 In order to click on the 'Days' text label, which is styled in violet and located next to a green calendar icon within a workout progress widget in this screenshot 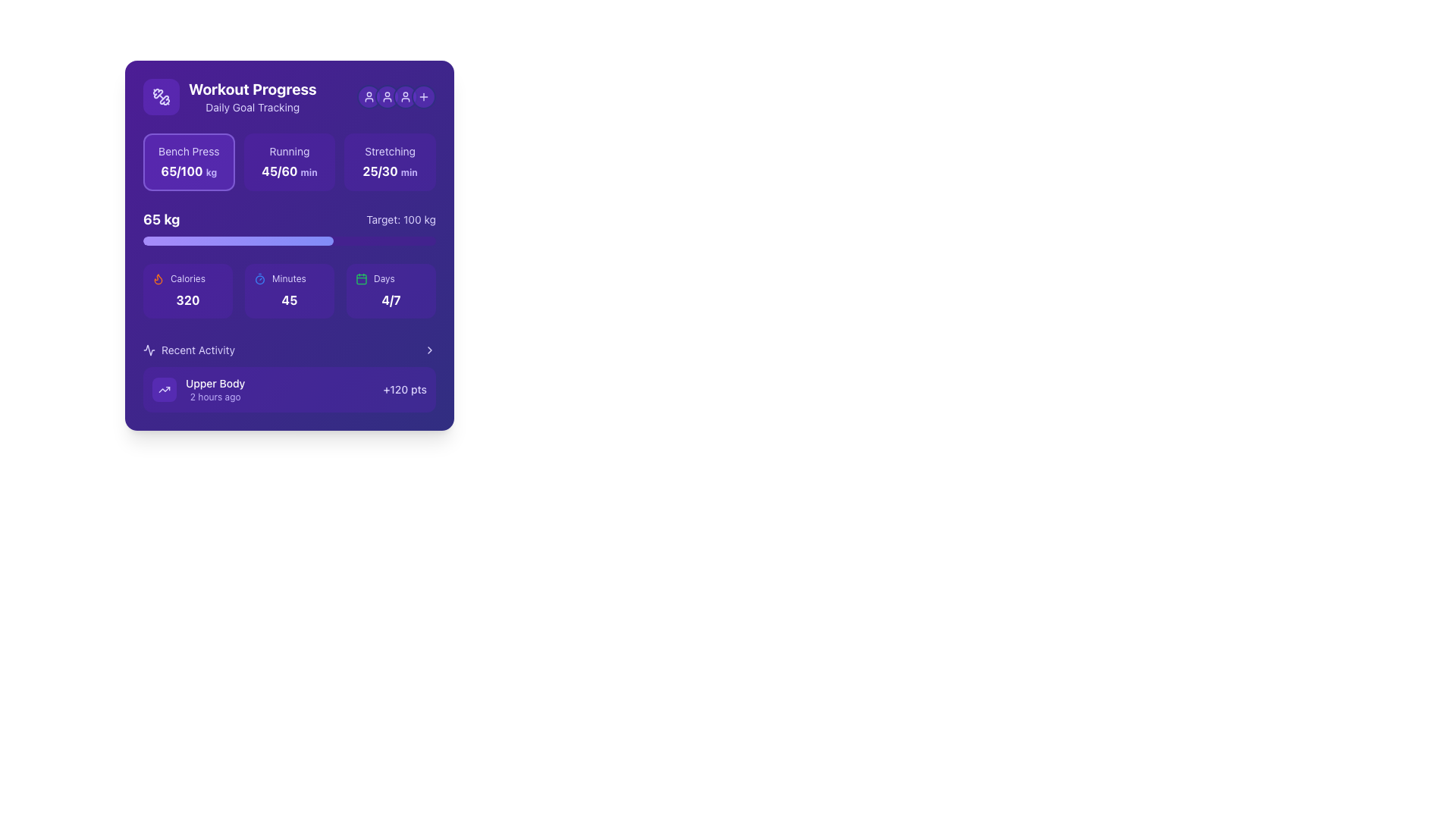, I will do `click(384, 278)`.